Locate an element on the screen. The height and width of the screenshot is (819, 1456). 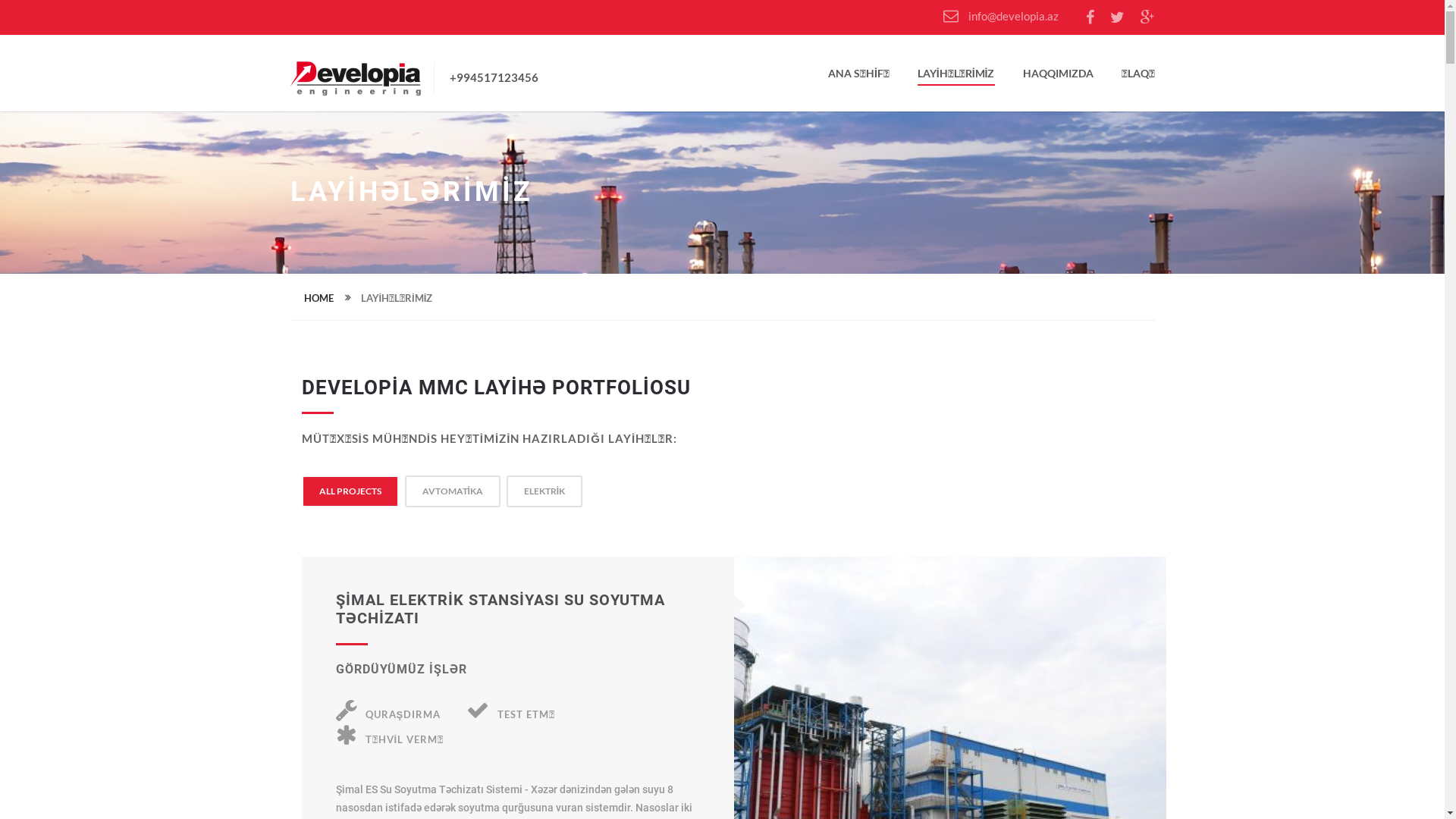
'HAQQIMIZDA' is located at coordinates (1022, 77).